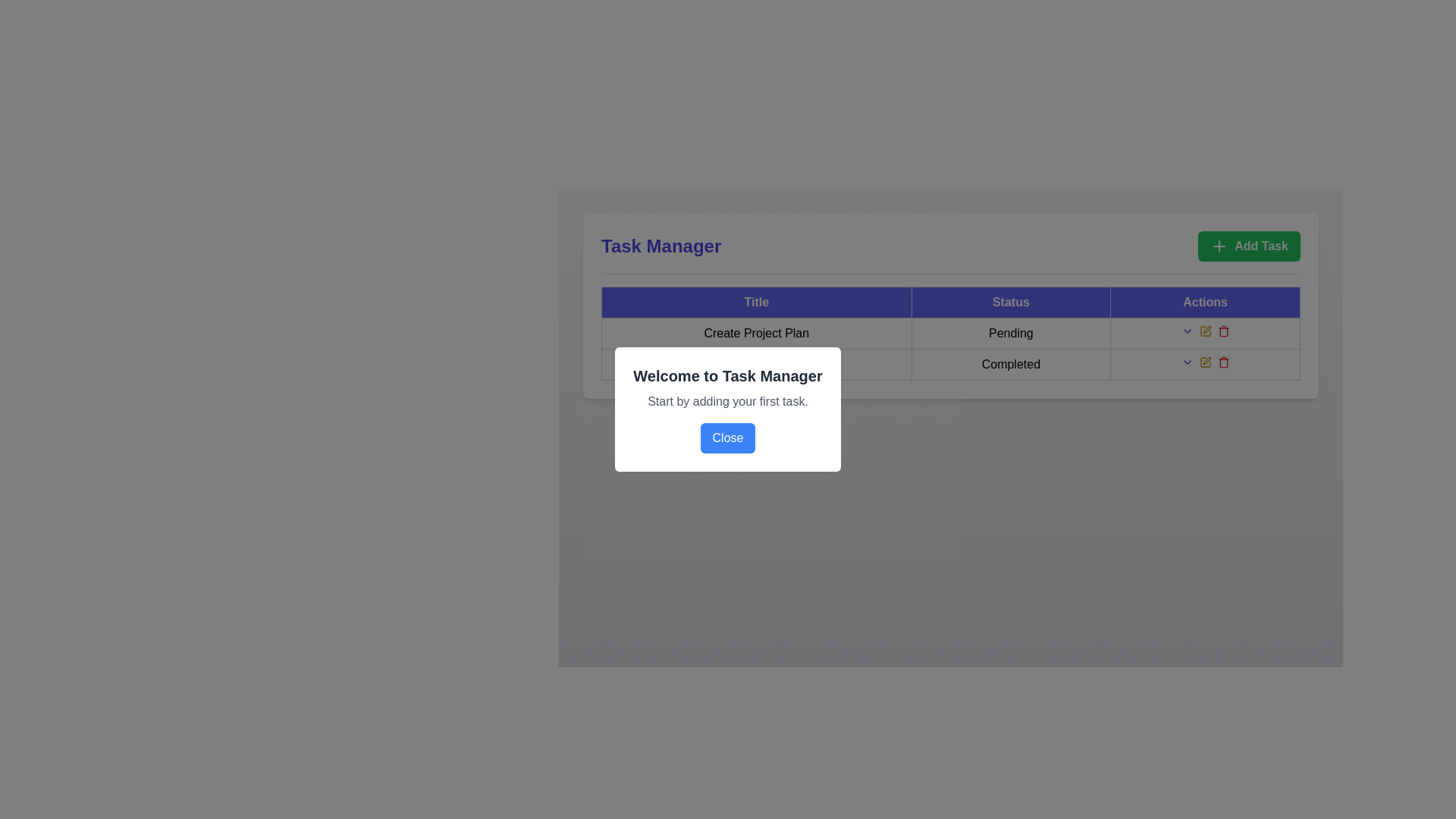  I want to click on the delete button icon located in the 'Actions' column for the task labeled 'Completed', so click(1223, 362).